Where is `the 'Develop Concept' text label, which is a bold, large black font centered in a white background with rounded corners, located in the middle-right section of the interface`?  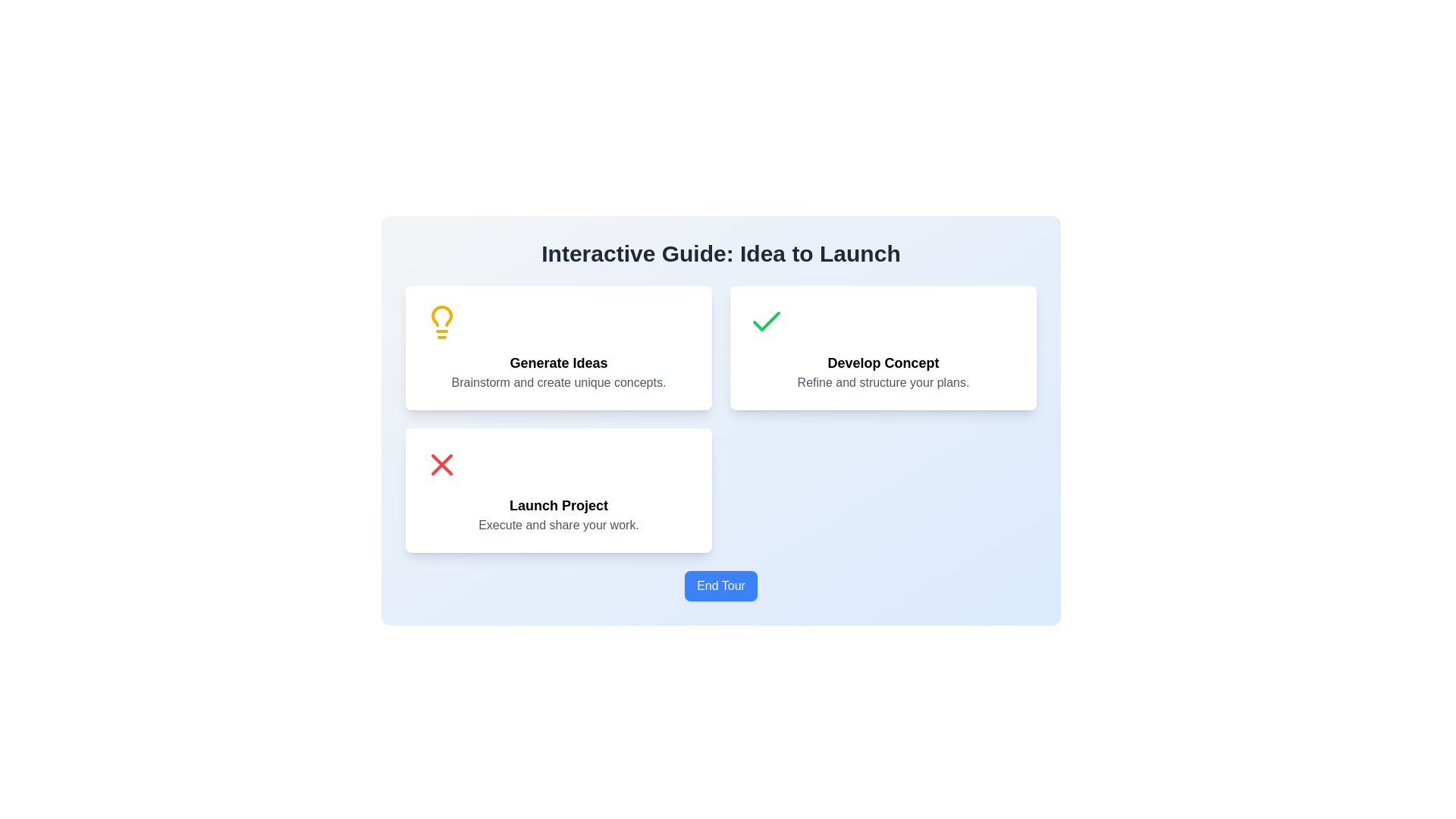
the 'Develop Concept' text label, which is a bold, large black font centered in a white background with rounded corners, located in the middle-right section of the interface is located at coordinates (883, 362).